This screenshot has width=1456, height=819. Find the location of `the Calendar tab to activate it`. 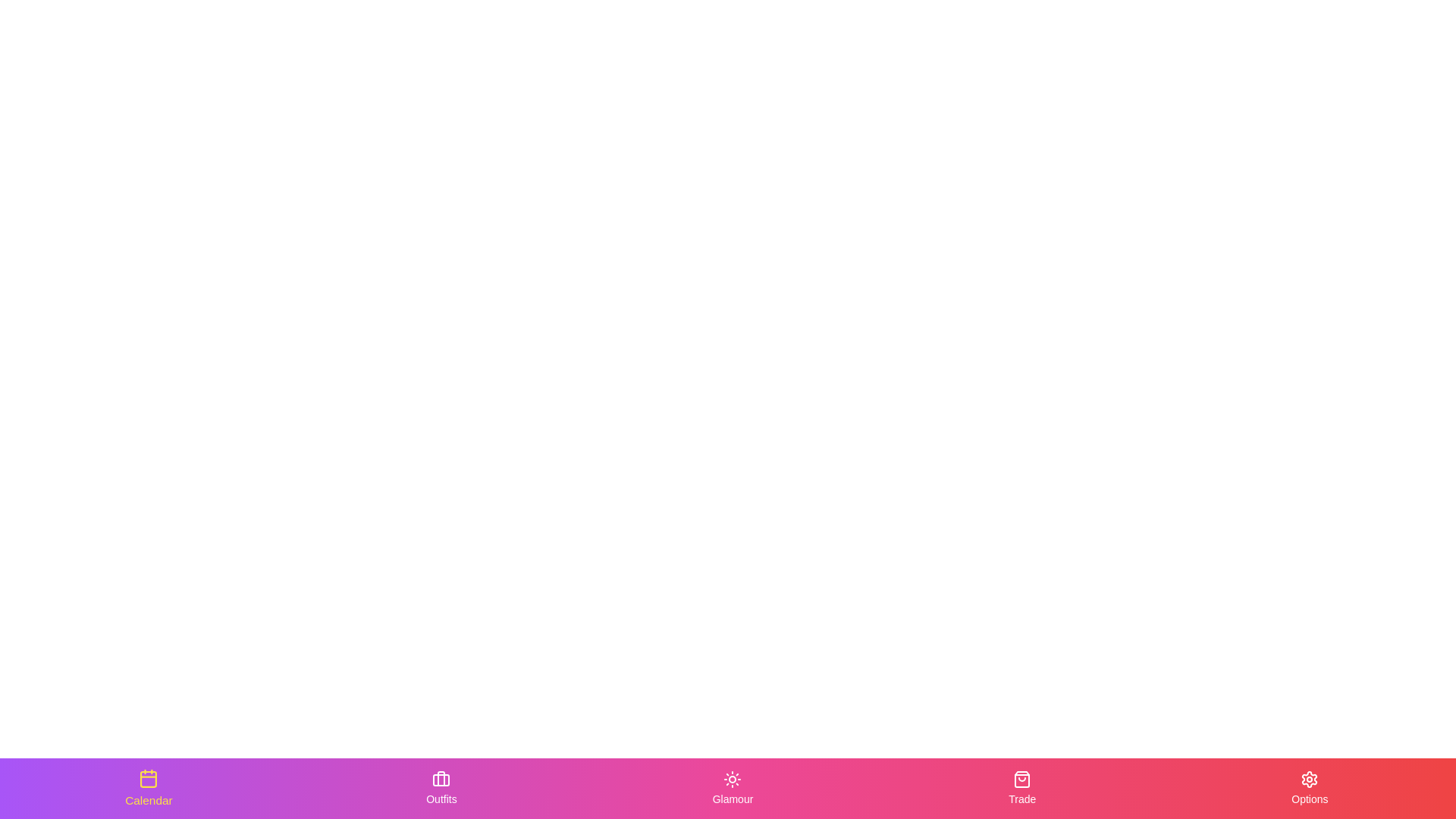

the Calendar tab to activate it is located at coordinates (149, 788).